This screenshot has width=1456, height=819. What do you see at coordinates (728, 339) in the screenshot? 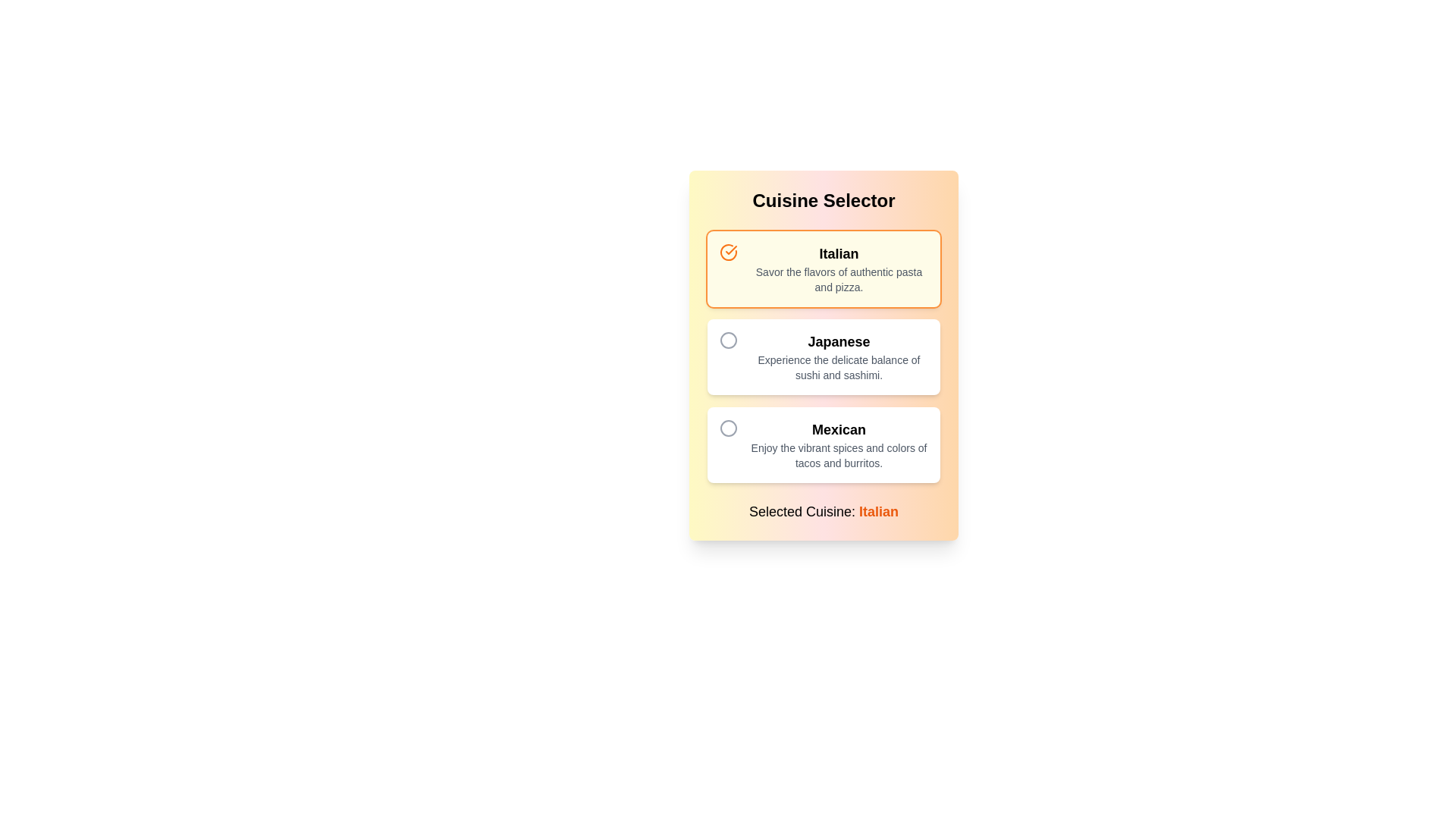
I see `the selection indicator circle for the 'Mexican' item in the 'Cuisine Selector' interface, which visually represents its selected or unselected state` at bounding box center [728, 339].